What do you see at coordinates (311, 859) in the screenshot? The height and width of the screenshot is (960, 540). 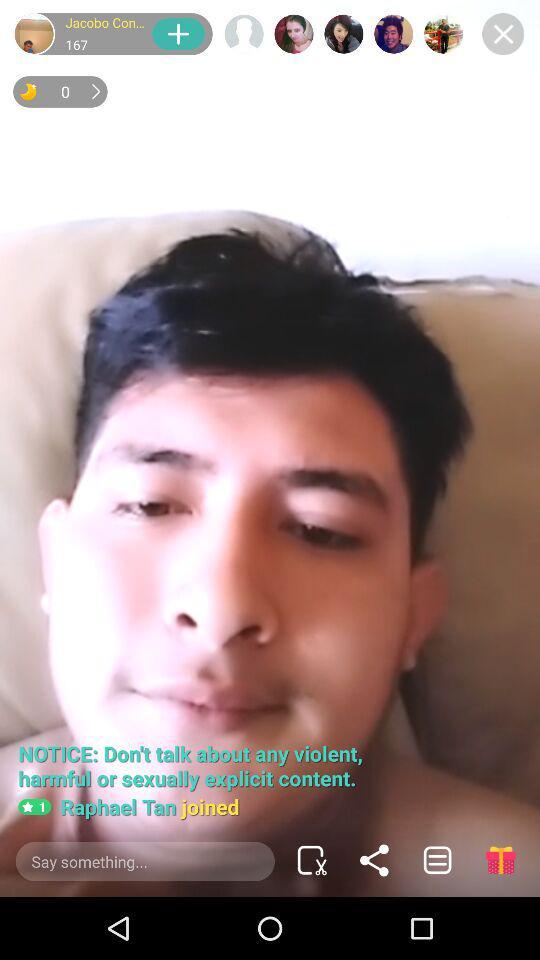 I see `the videocam icon` at bounding box center [311, 859].